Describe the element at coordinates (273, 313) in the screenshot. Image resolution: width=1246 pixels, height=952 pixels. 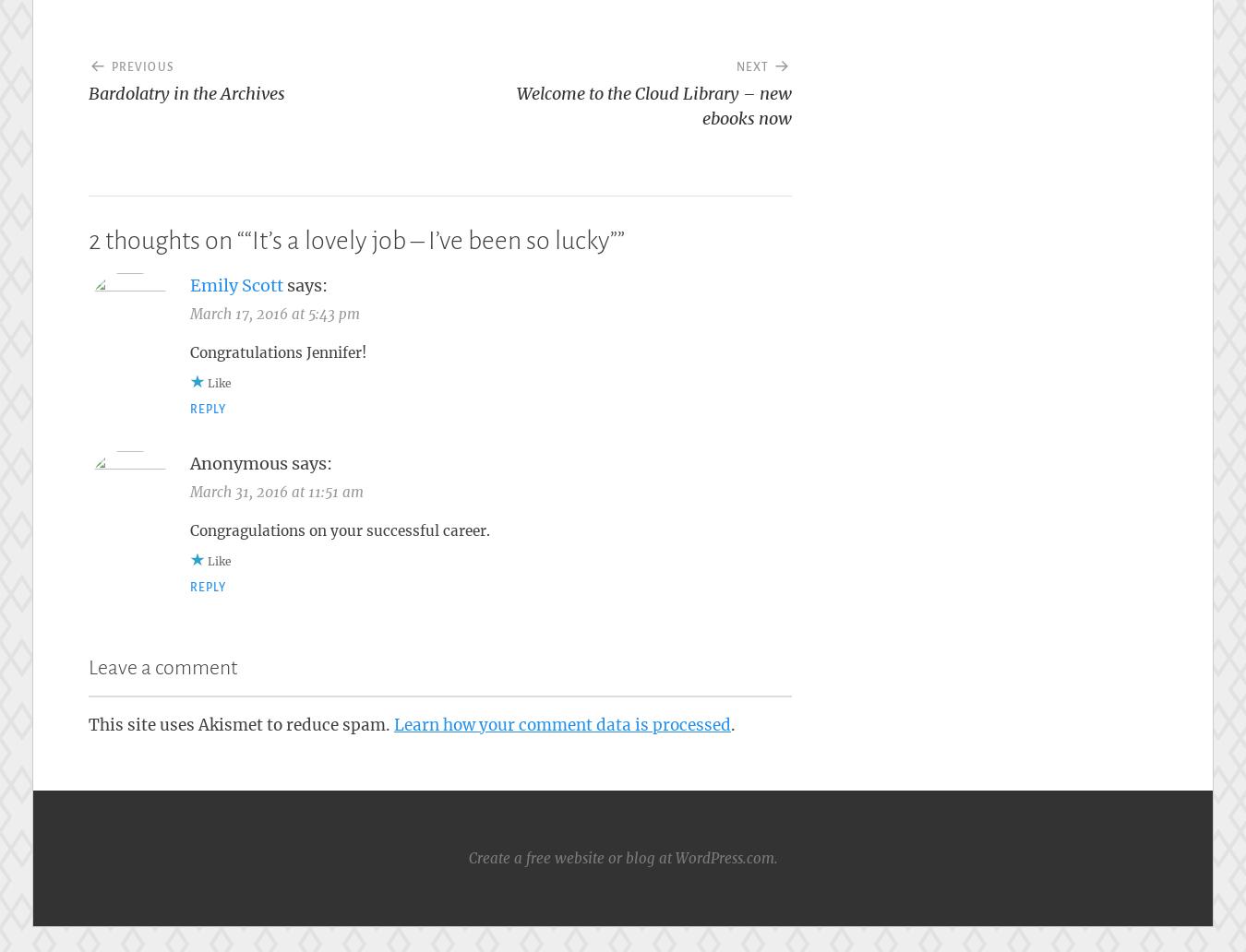
I see `'March 17, 2016 at 5:43 pm'` at that location.